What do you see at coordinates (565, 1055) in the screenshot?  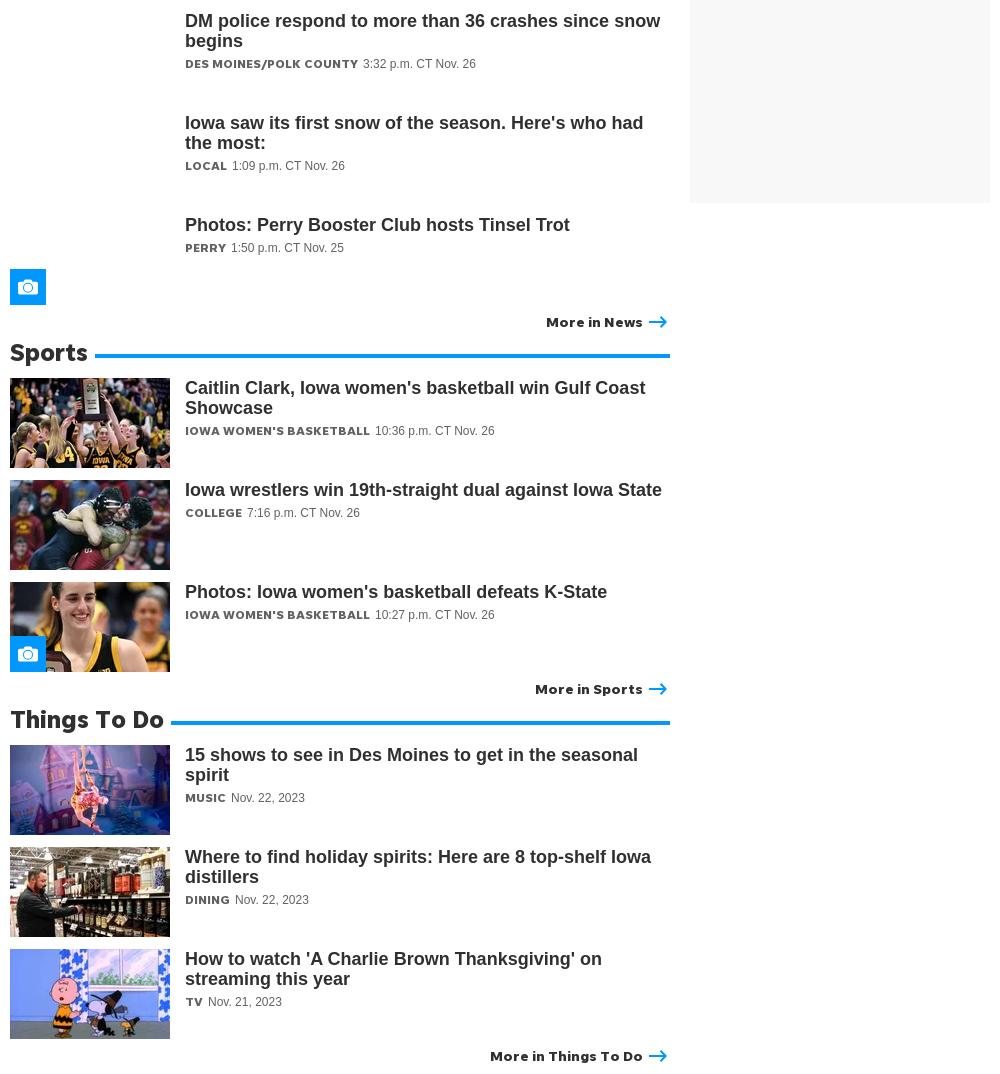 I see `'More in Things To Do'` at bounding box center [565, 1055].